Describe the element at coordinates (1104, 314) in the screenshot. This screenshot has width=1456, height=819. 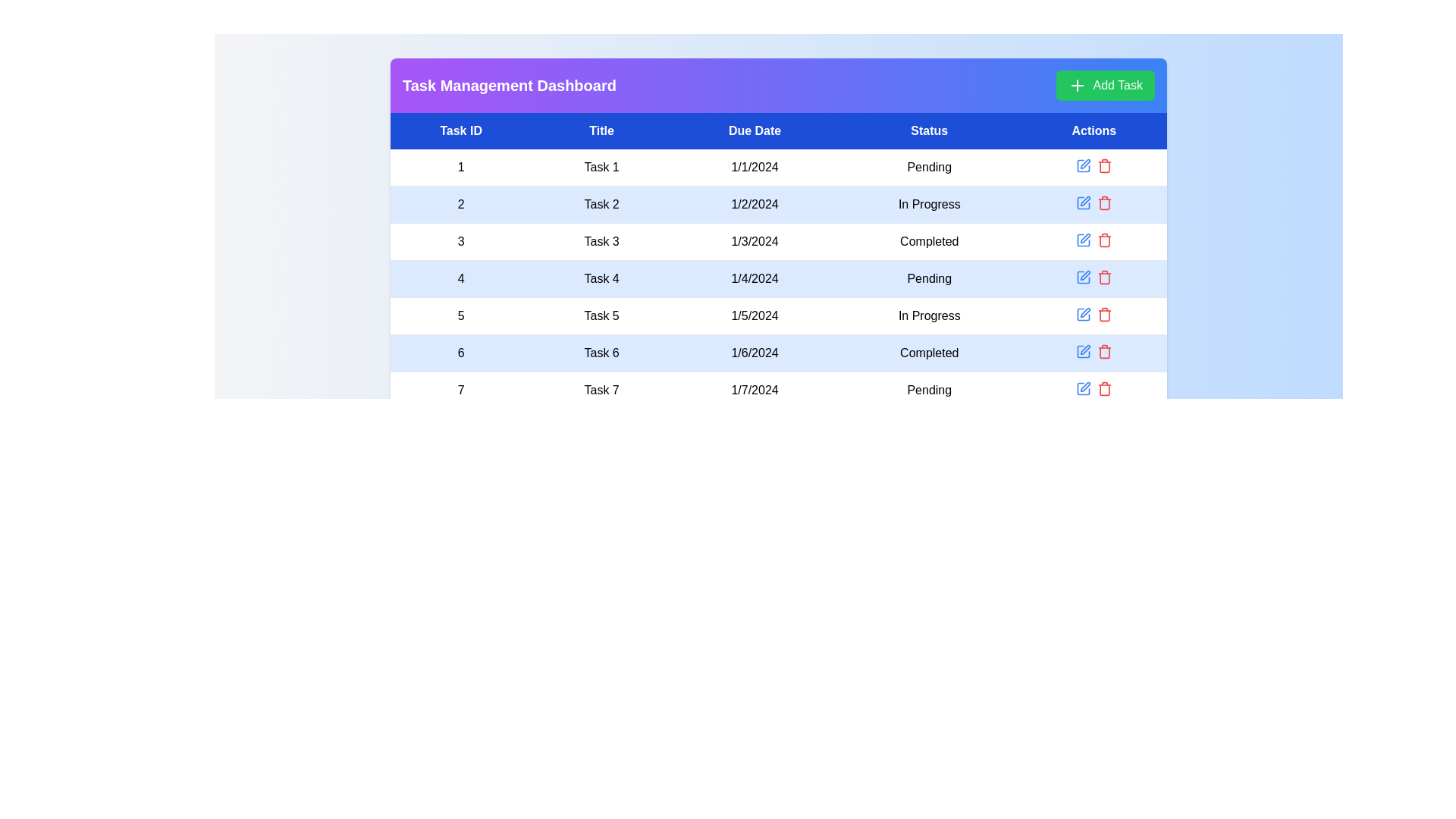
I see `delete icon for the task with ID 5` at that location.